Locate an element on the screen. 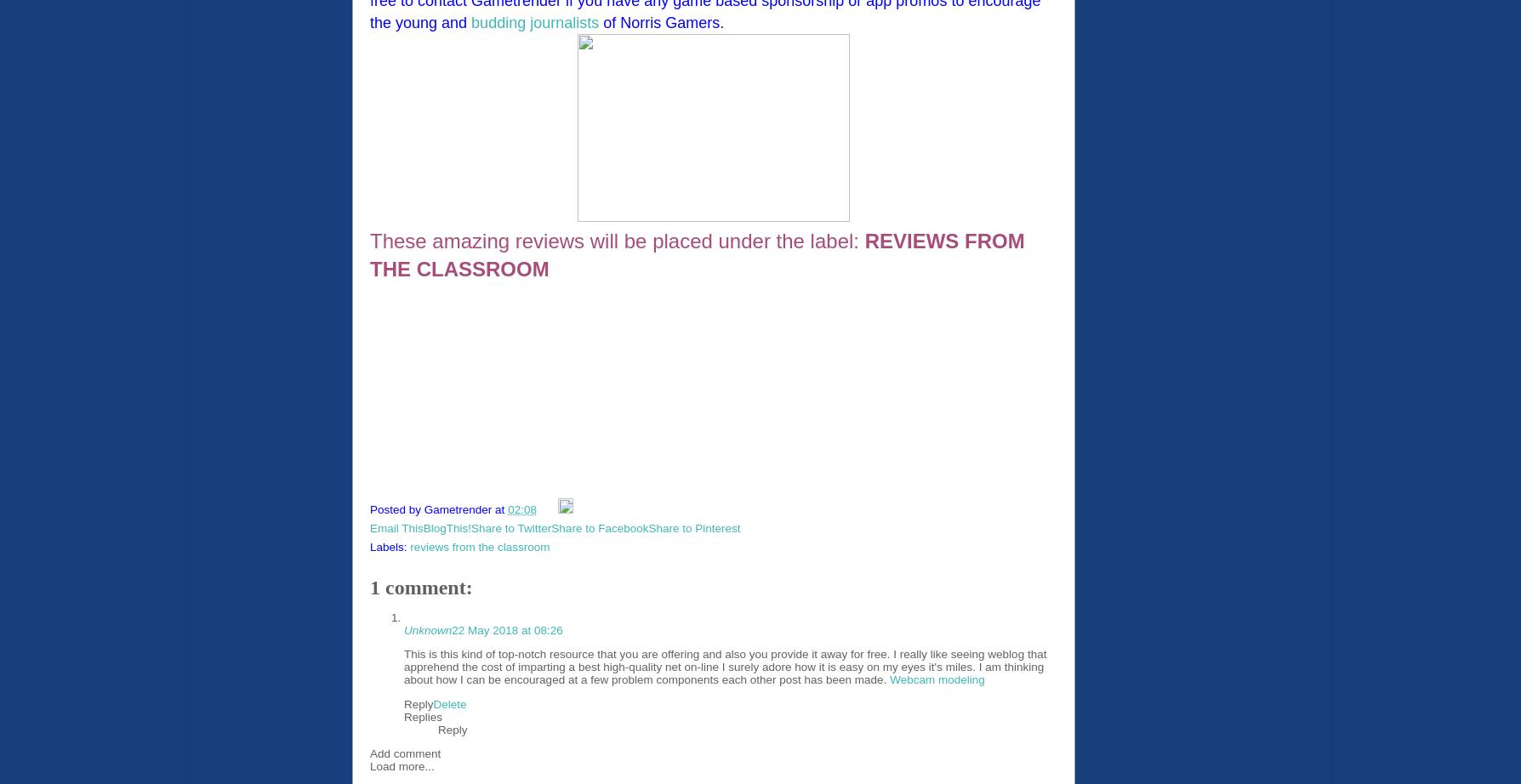 The image size is (1521, 784). 'Share to Facebook' is located at coordinates (599, 527).